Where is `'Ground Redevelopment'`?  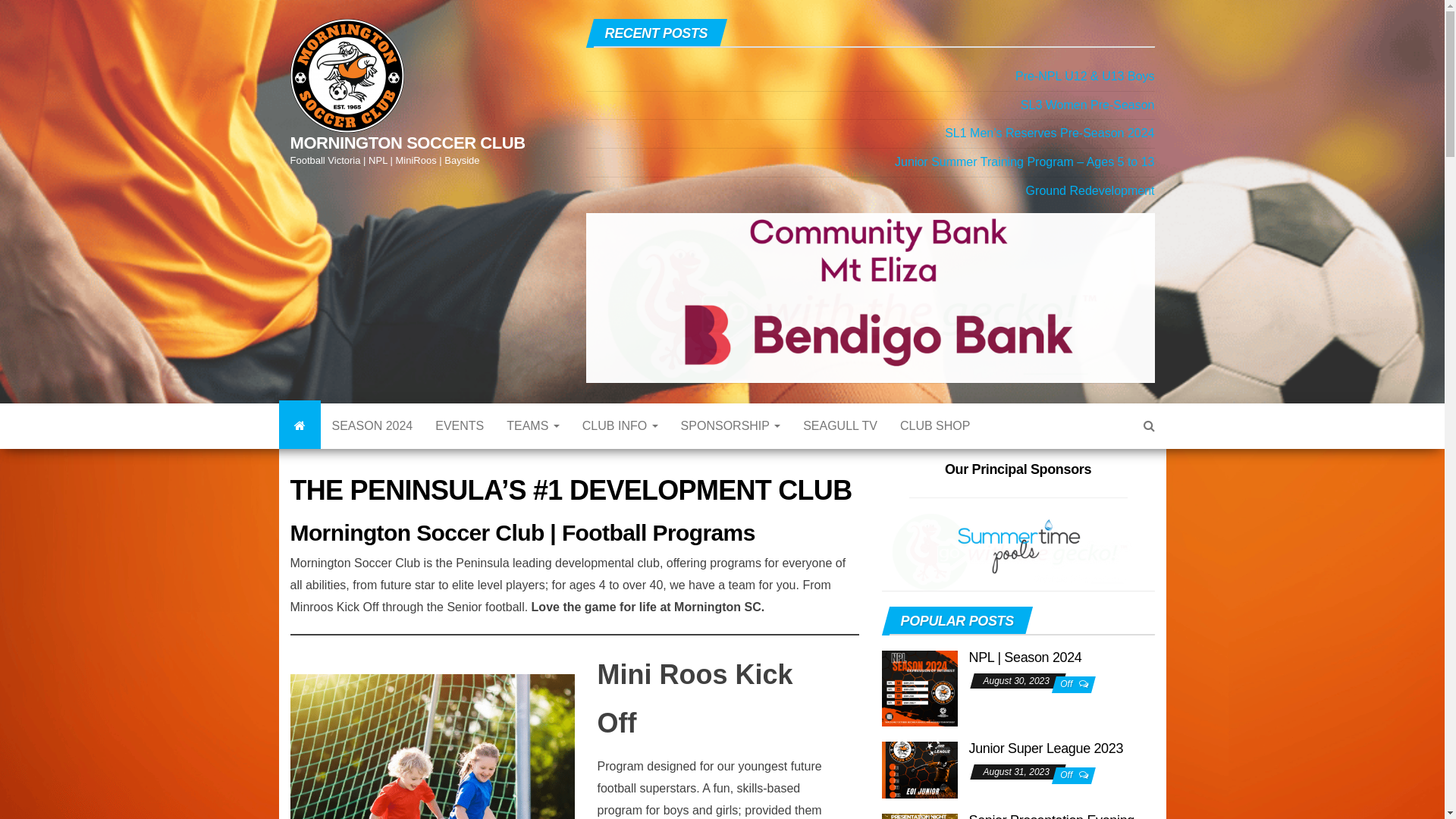 'Ground Redevelopment' is located at coordinates (1090, 190).